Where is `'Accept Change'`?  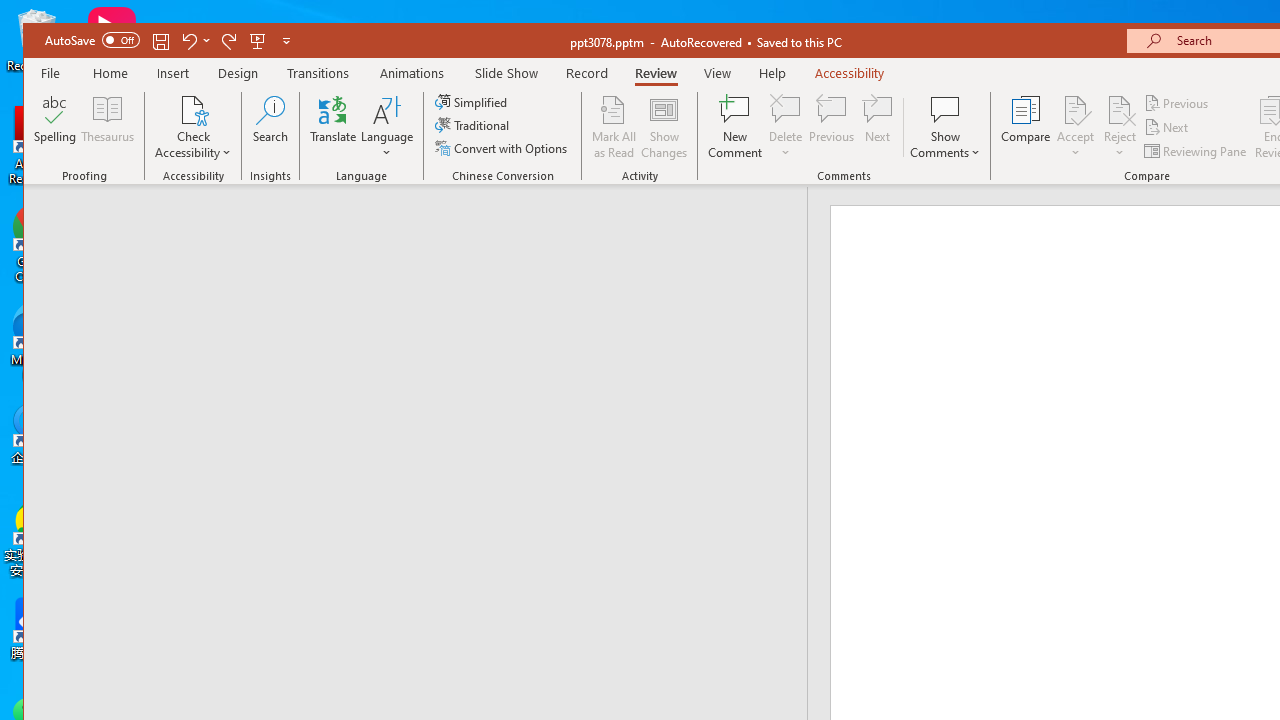
'Accept Change' is located at coordinates (1074, 109).